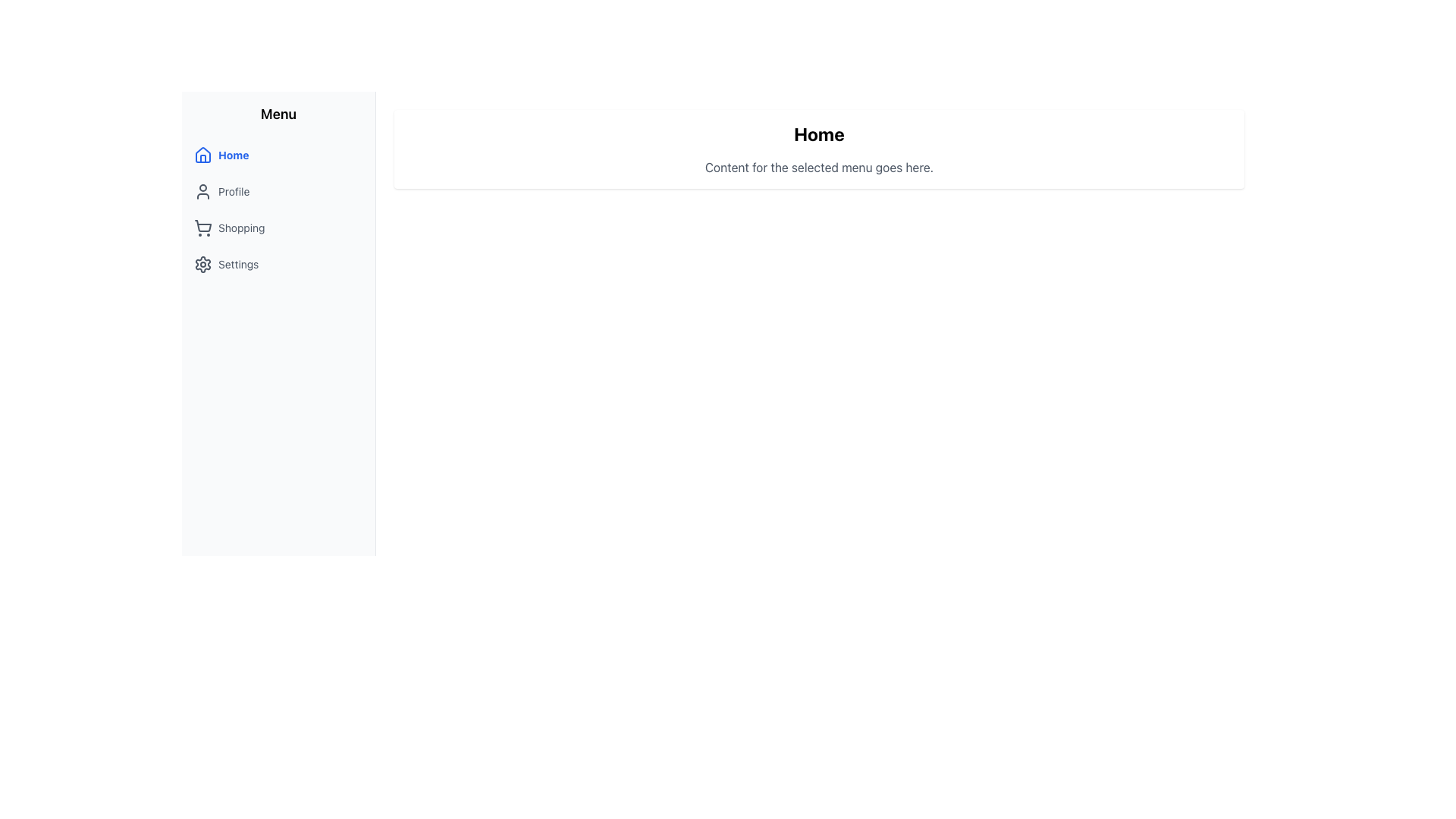 This screenshot has height=819, width=1456. Describe the element at coordinates (240, 227) in the screenshot. I see `the 'Shopping' text label in the navigation menu` at that location.